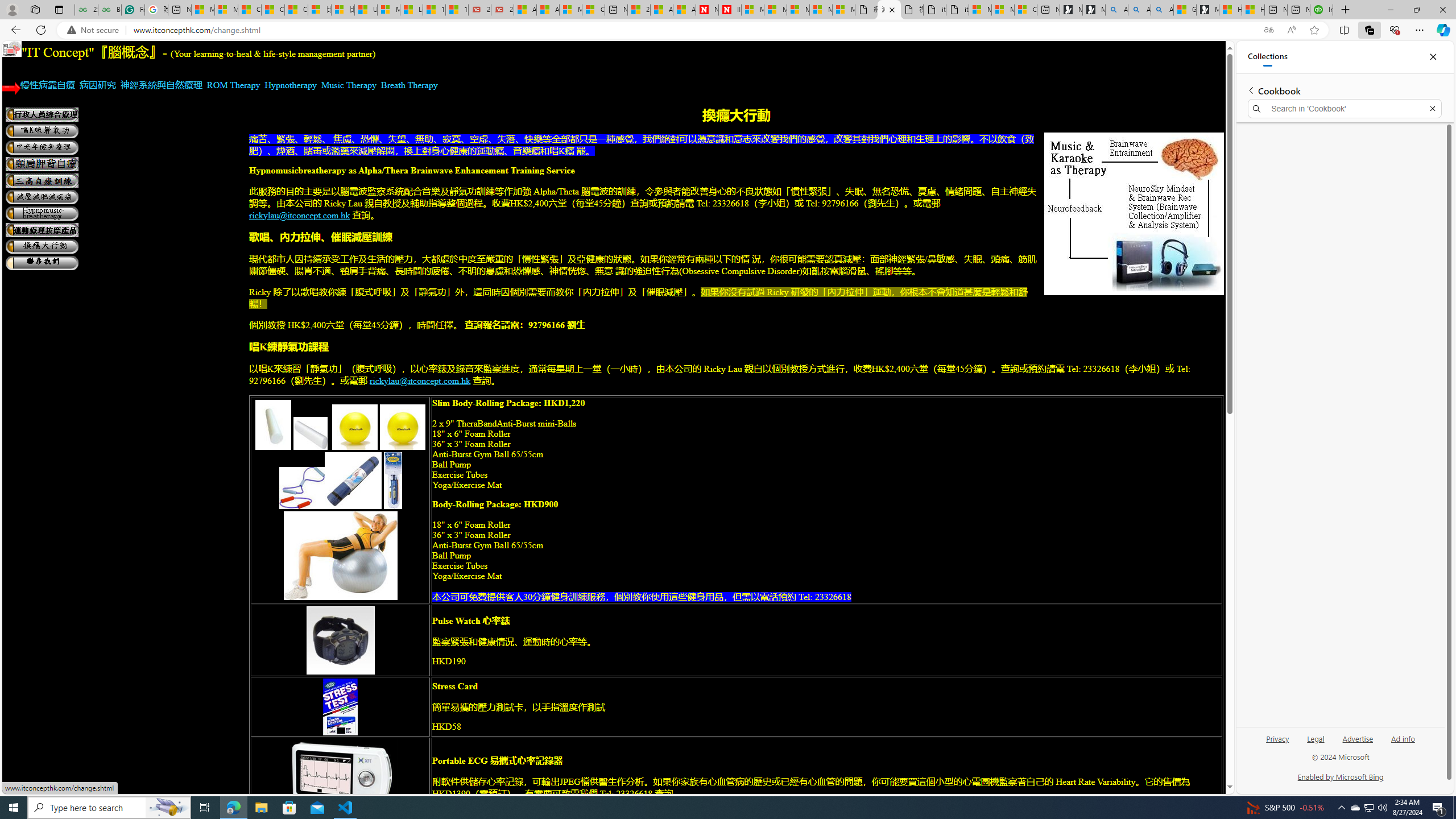 This screenshot has width=1456, height=819. What do you see at coordinates (1368, 29) in the screenshot?
I see `'Collections'` at bounding box center [1368, 29].